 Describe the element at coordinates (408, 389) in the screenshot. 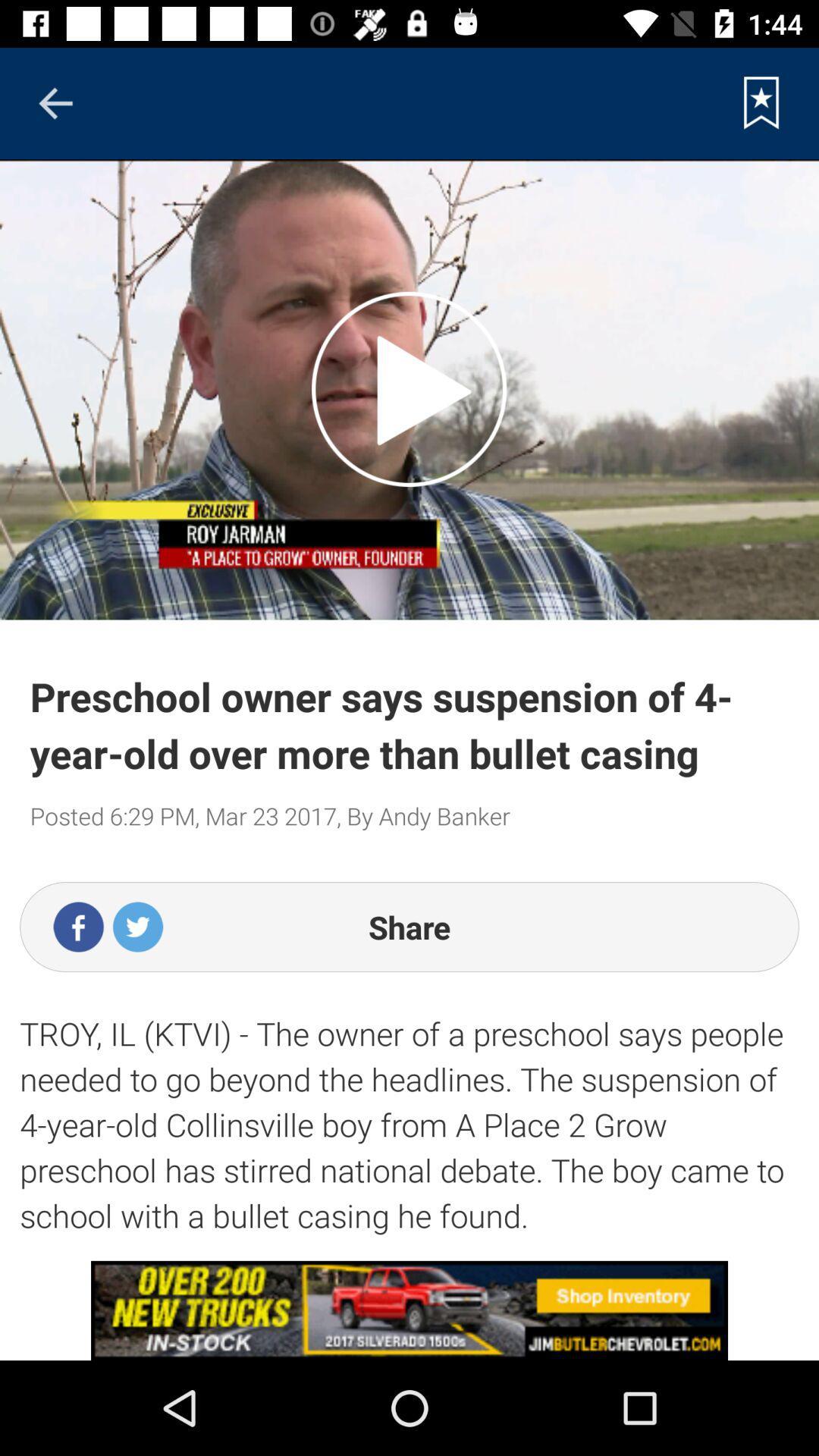

I see `the video` at that location.